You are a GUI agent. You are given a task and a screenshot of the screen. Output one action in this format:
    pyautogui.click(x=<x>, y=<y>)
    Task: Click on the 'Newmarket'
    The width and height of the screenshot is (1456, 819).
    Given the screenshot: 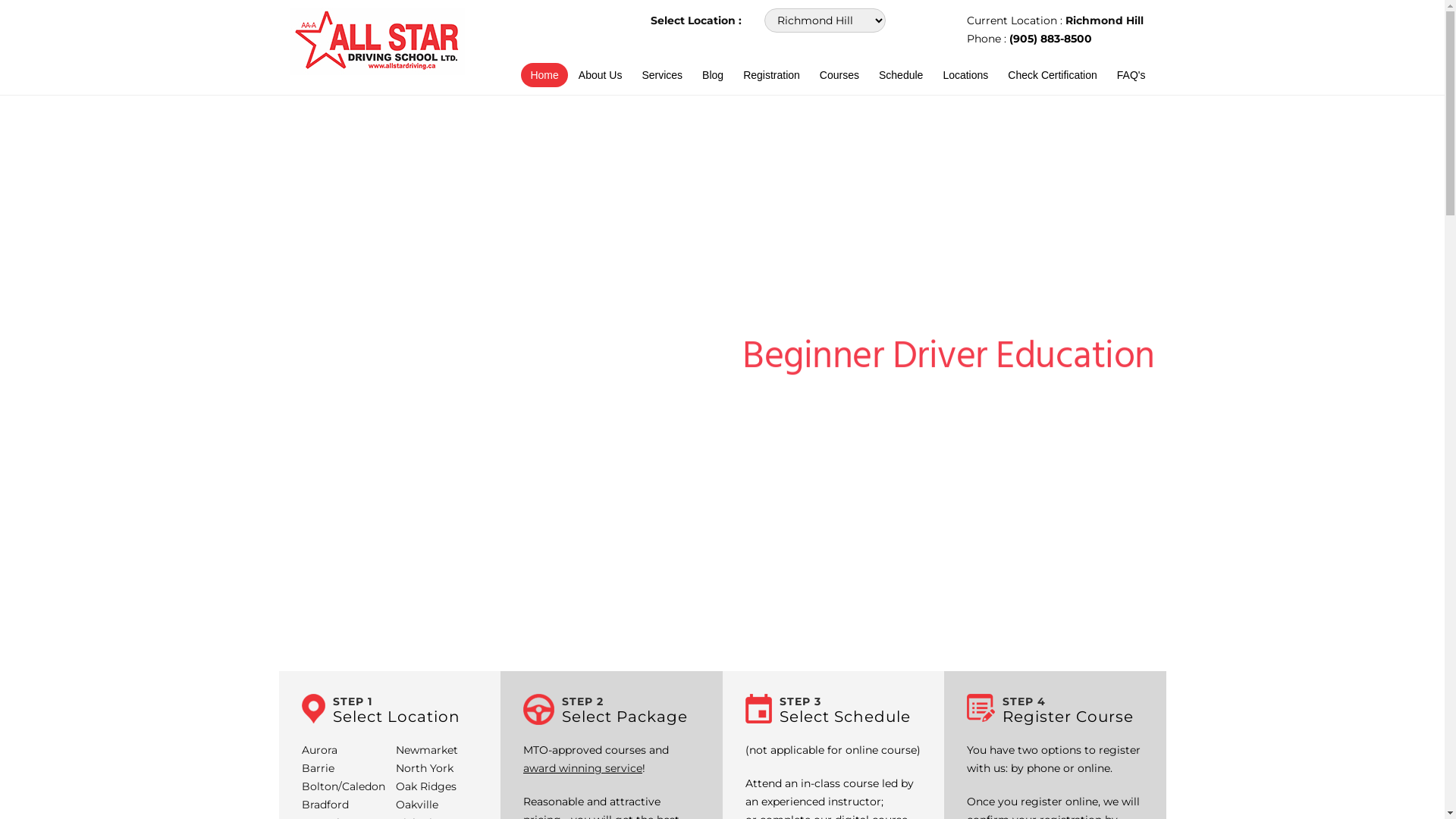 What is the action you would take?
    pyautogui.click(x=425, y=748)
    